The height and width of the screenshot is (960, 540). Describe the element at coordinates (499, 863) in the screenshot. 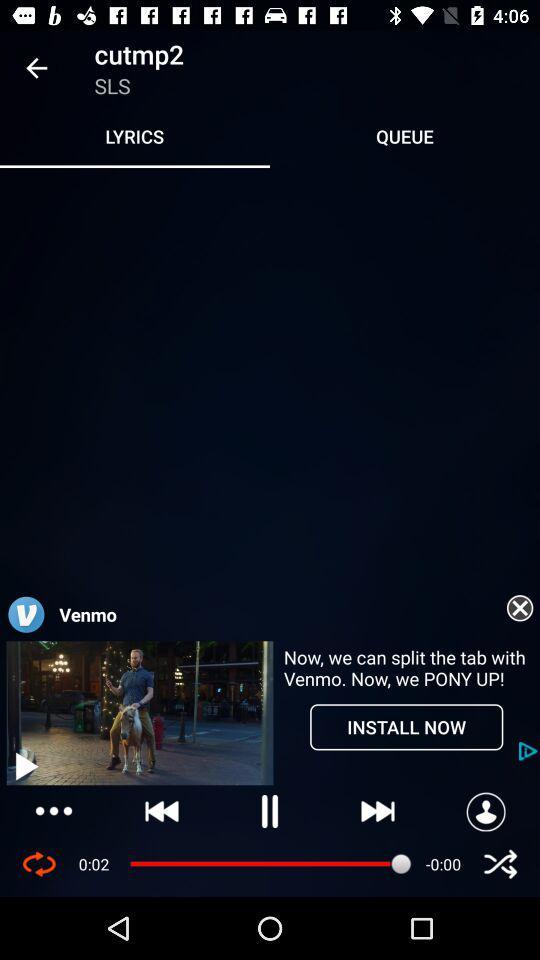

I see `the close icon` at that location.